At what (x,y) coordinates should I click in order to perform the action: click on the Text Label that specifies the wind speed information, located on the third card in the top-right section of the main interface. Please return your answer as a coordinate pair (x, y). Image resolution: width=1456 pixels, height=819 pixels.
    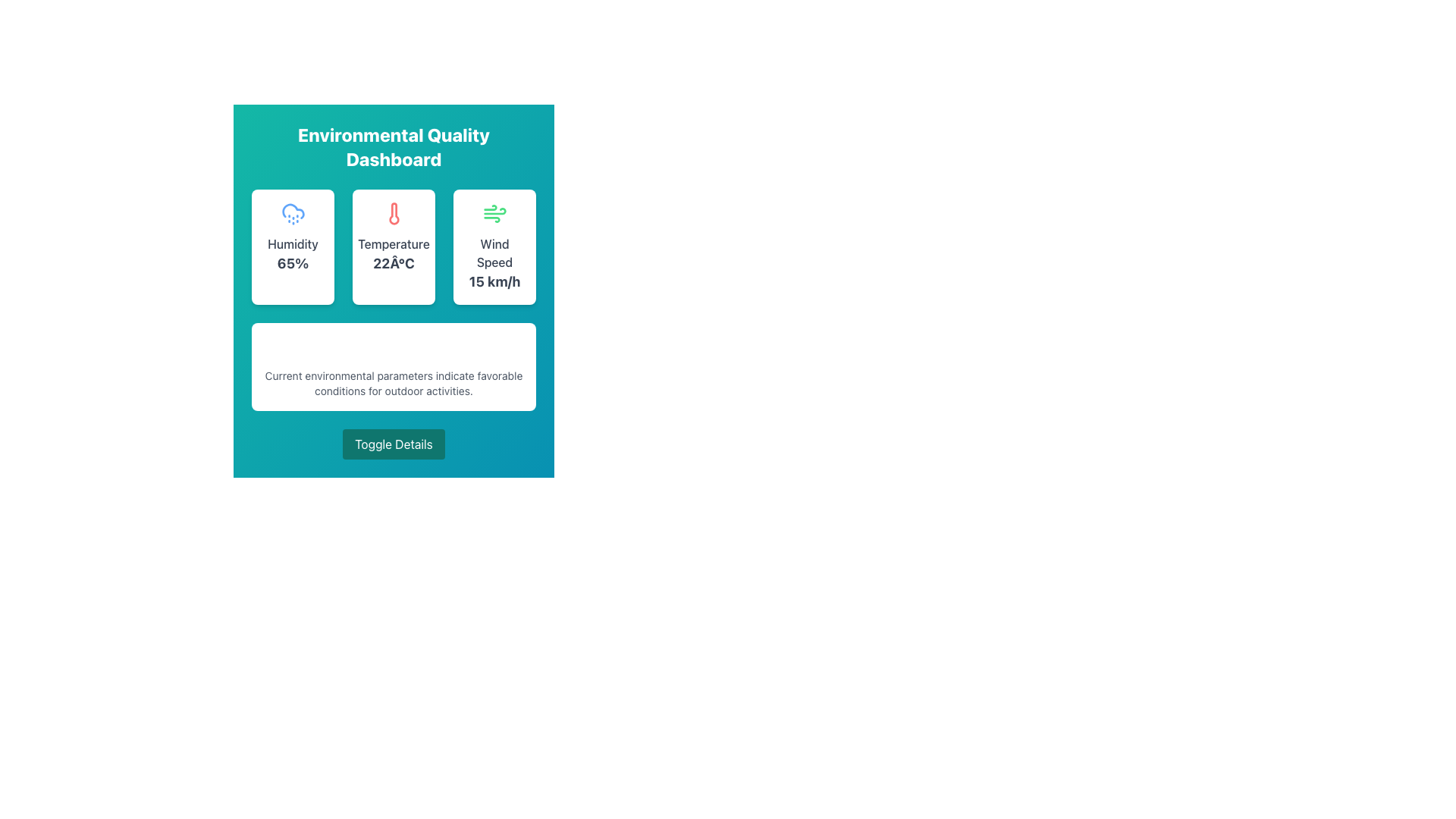
    Looking at the image, I should click on (494, 253).